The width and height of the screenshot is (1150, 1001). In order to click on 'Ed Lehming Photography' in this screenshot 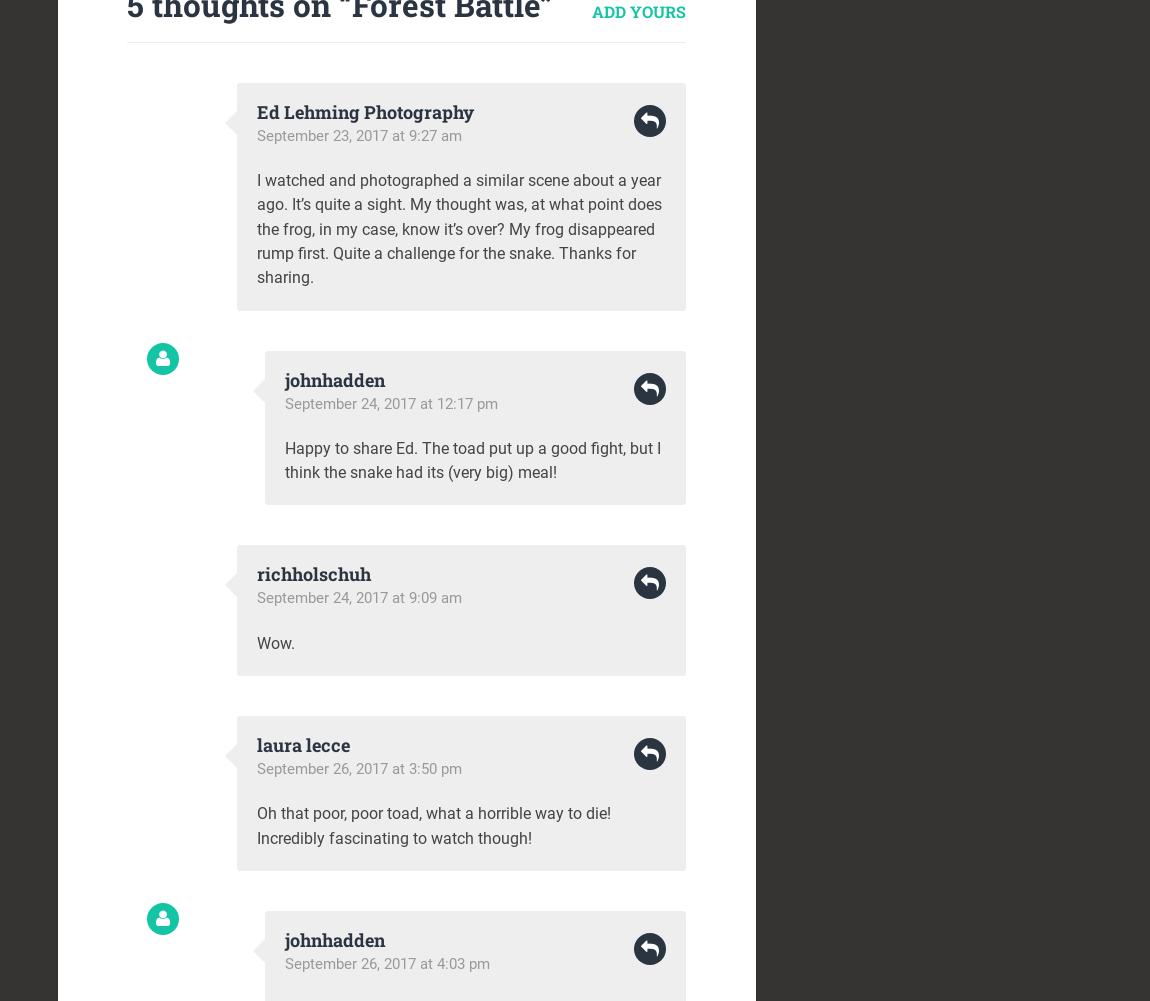, I will do `click(256, 110)`.